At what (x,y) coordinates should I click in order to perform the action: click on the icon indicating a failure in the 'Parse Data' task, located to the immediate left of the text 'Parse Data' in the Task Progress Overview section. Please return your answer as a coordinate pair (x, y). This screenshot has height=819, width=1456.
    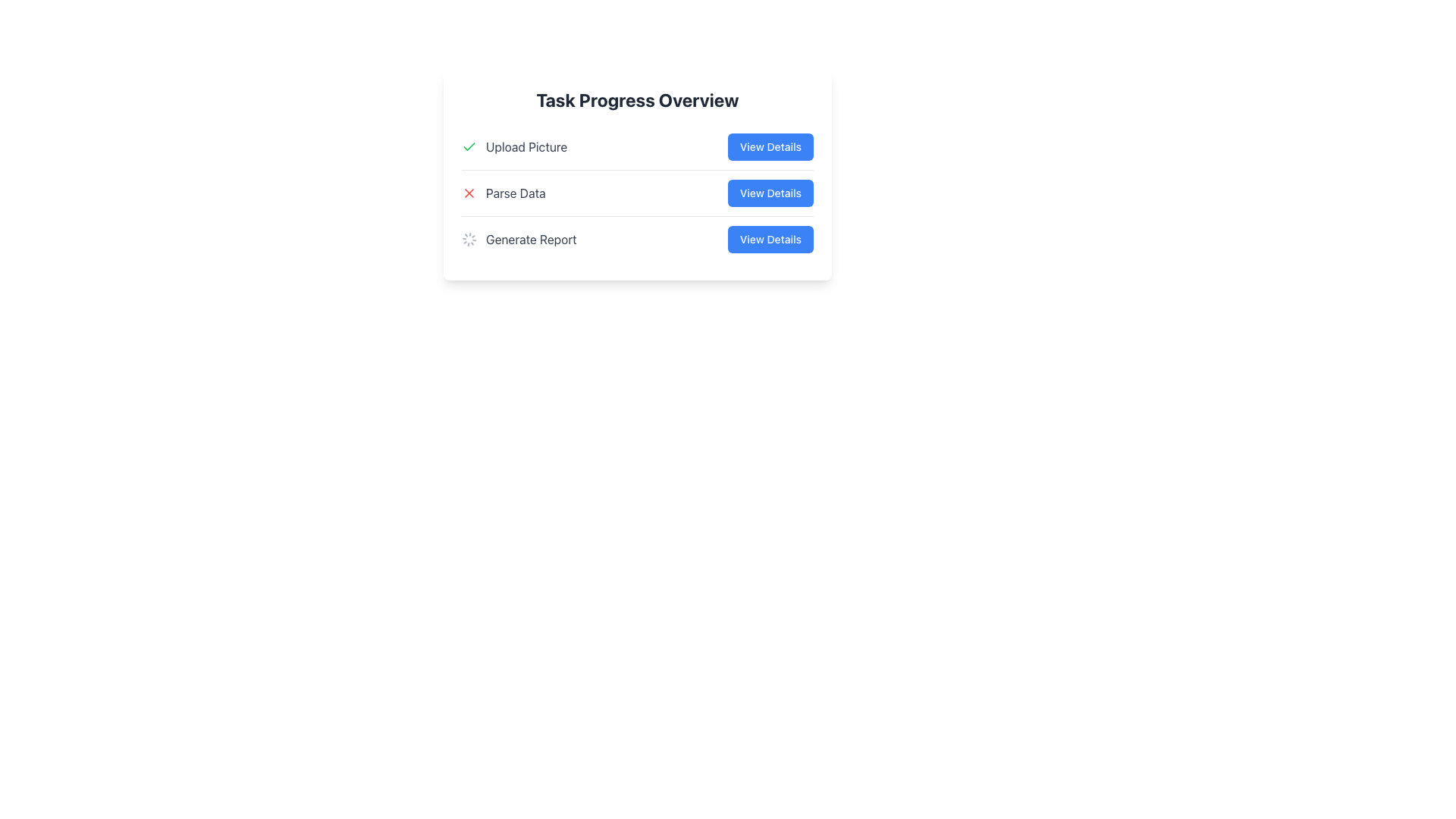
    Looking at the image, I should click on (469, 192).